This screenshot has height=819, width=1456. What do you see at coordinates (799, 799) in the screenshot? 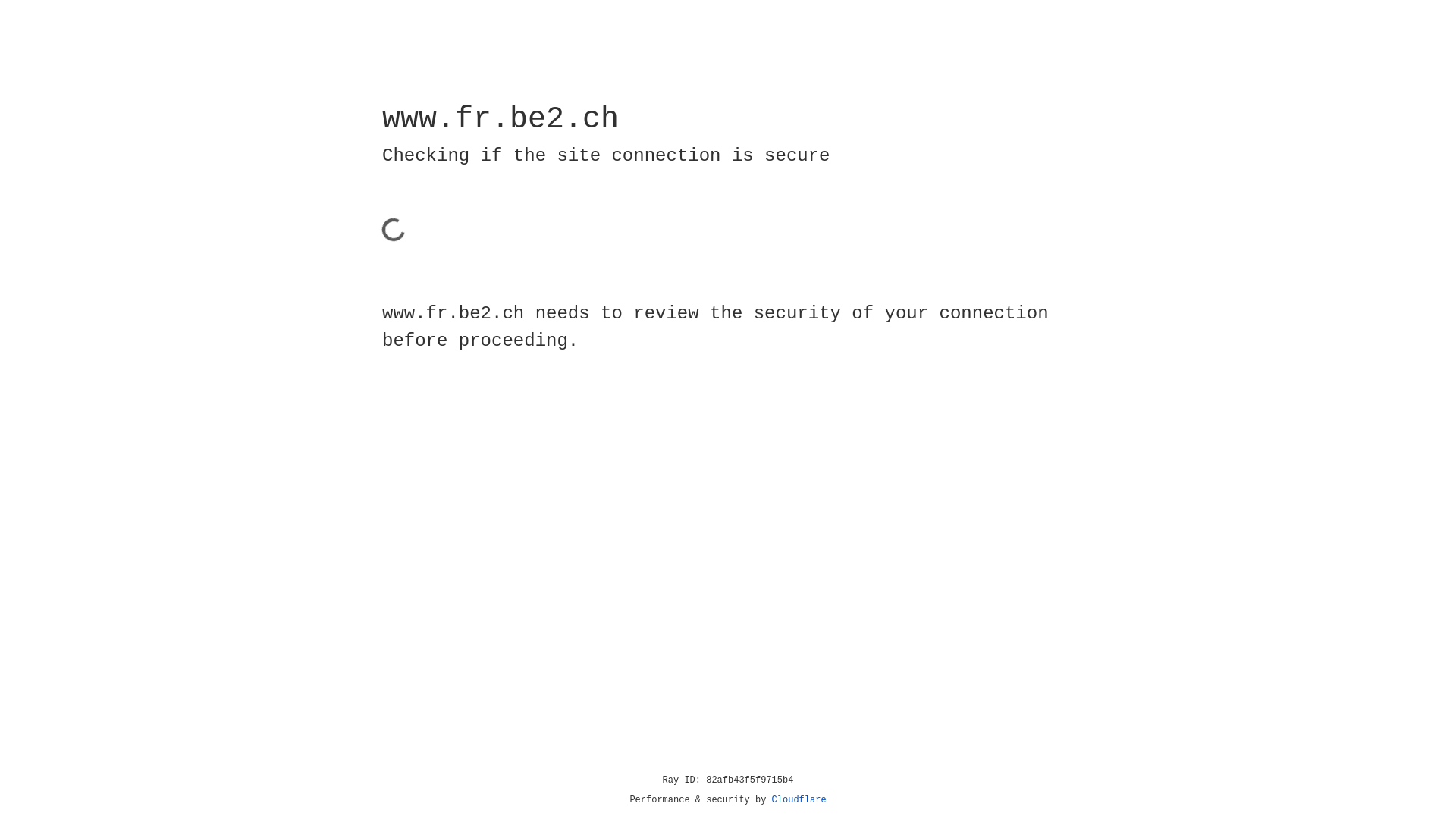
I see `'Cloudflare'` at bounding box center [799, 799].